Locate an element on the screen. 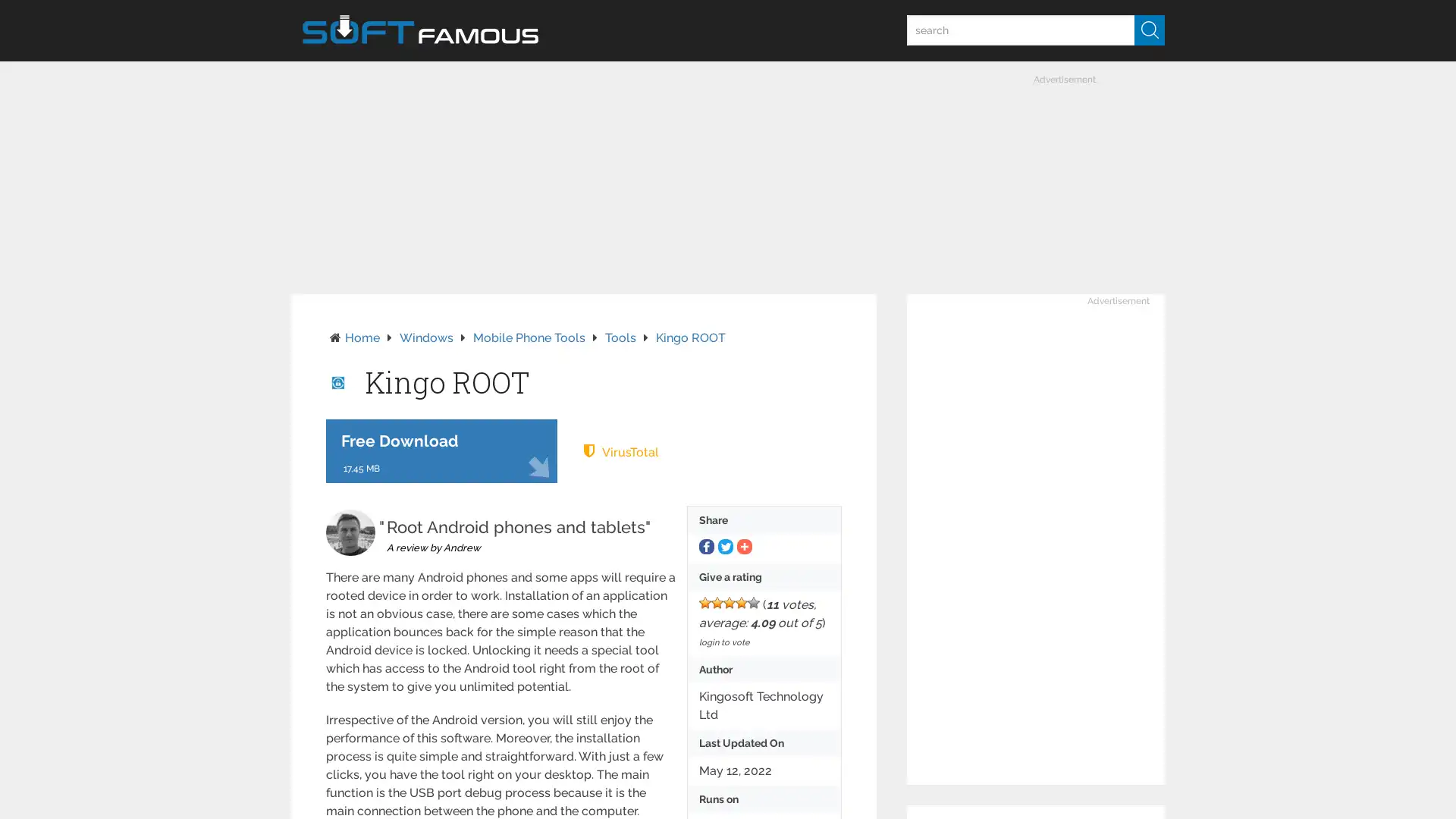 The image size is (1456, 819). Share to More is located at coordinates (745, 546).